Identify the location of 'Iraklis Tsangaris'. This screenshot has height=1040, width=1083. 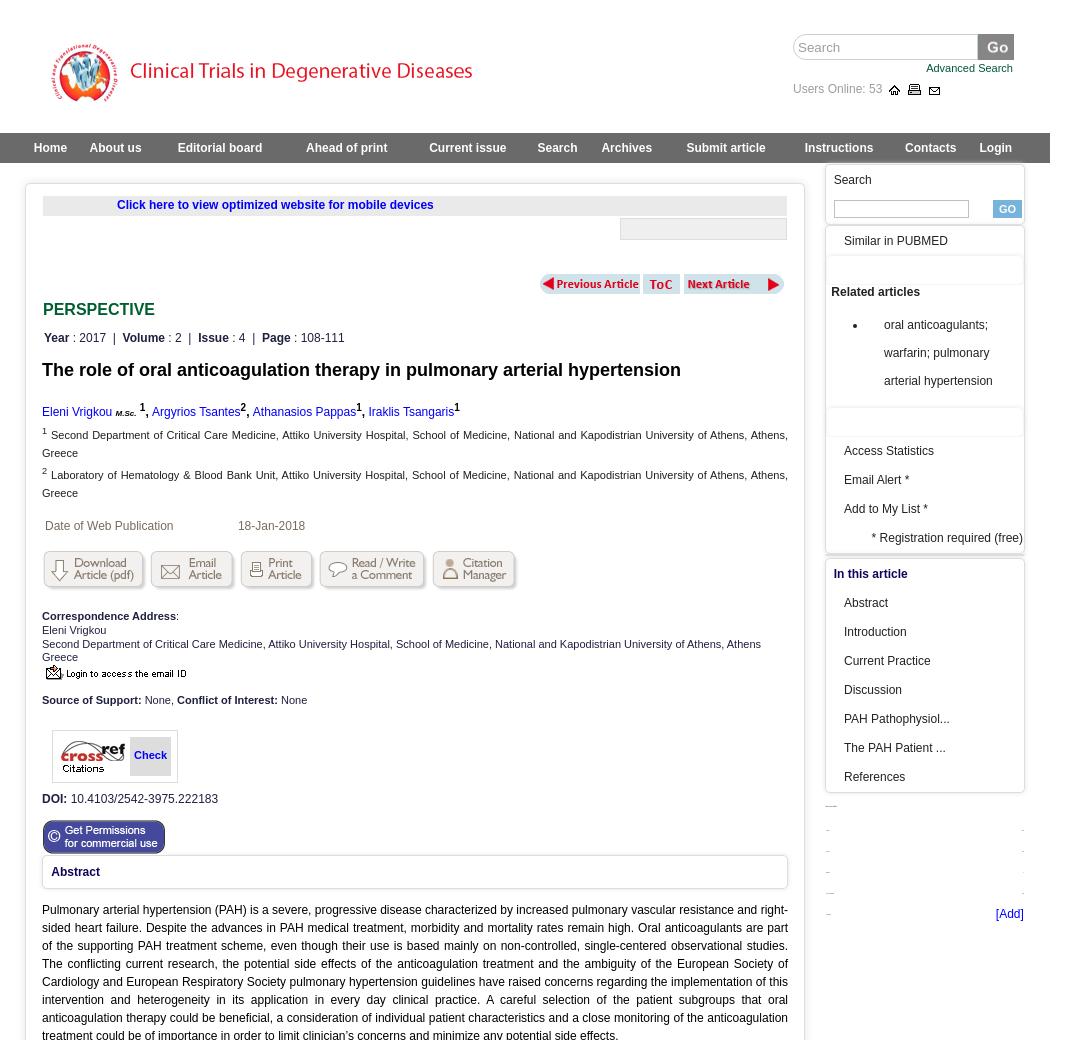
(410, 411).